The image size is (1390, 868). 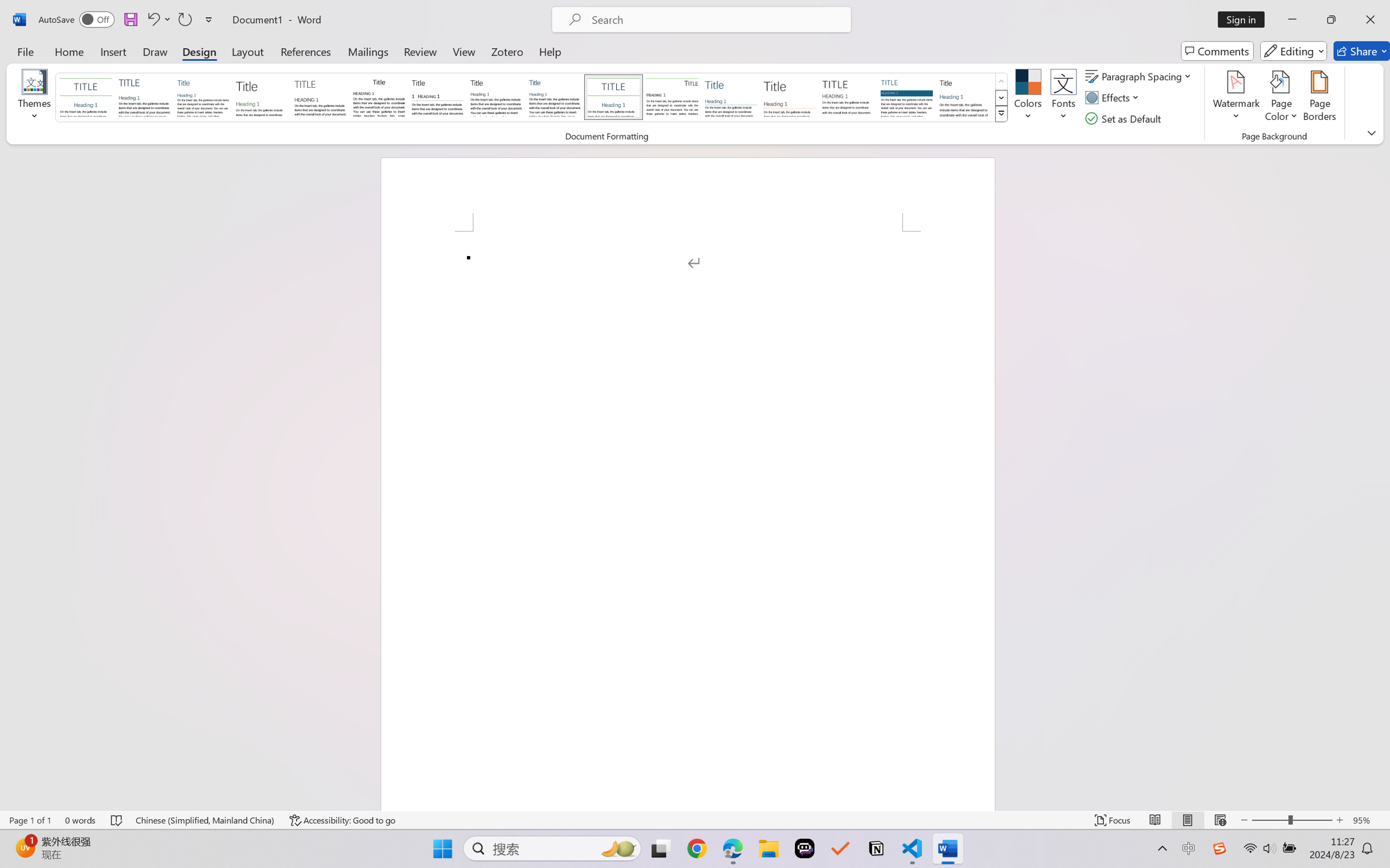 I want to click on 'Editing', so click(x=1294, y=51).